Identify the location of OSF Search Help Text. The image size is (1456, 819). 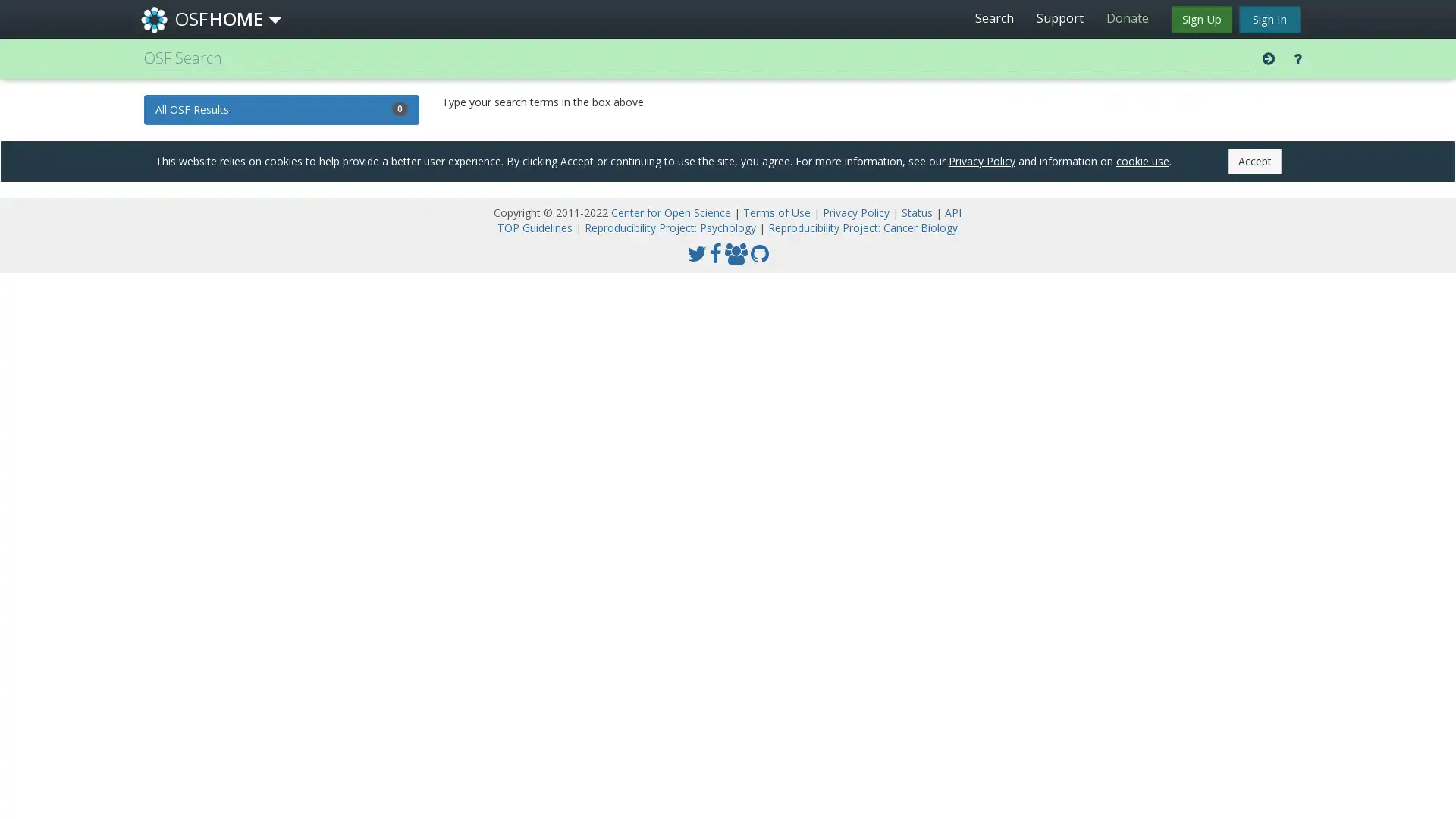
(1297, 58).